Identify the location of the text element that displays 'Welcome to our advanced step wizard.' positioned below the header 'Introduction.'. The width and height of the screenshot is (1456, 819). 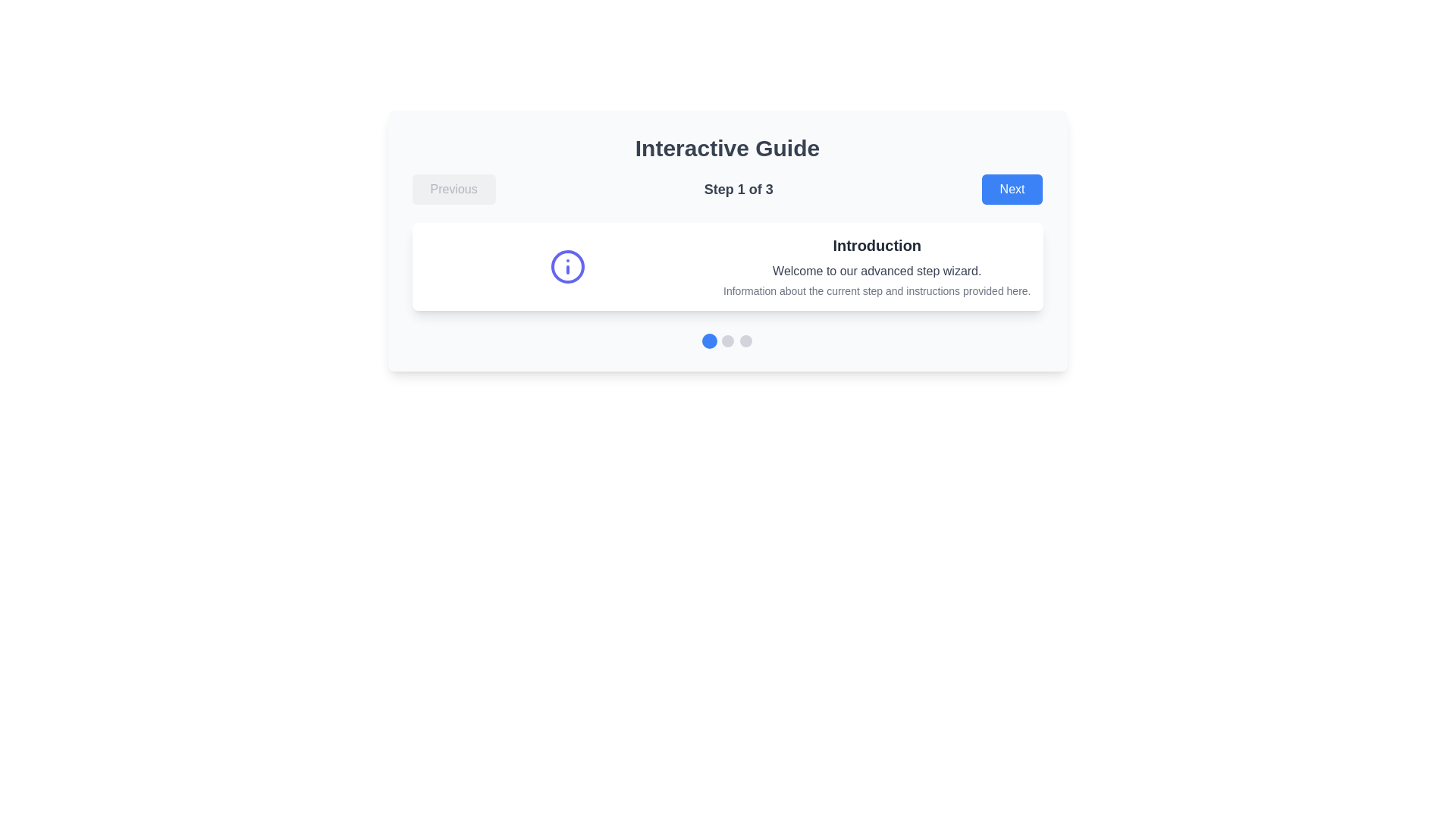
(877, 271).